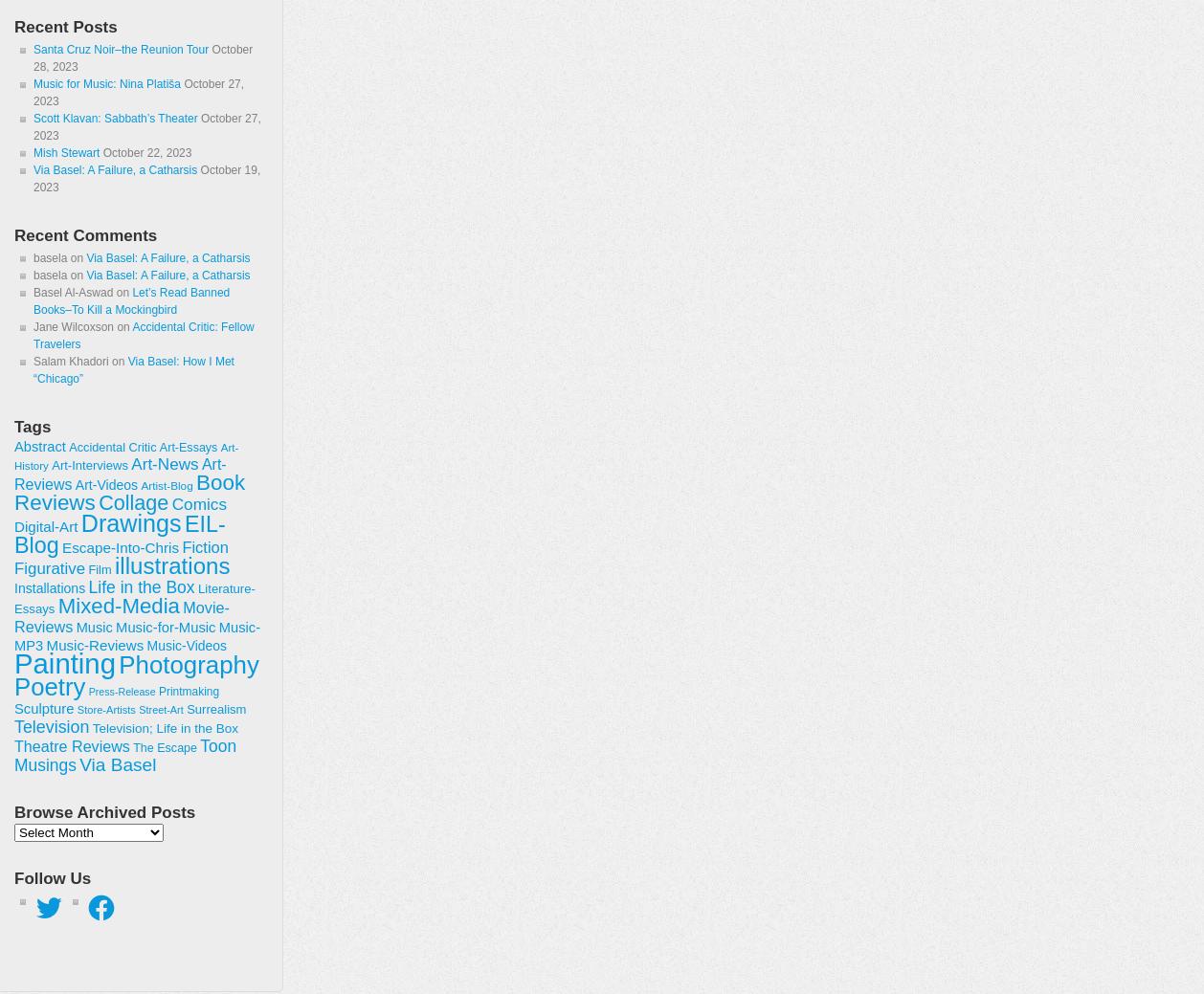  What do you see at coordinates (146, 179) in the screenshot?
I see `'October 19, 2023'` at bounding box center [146, 179].